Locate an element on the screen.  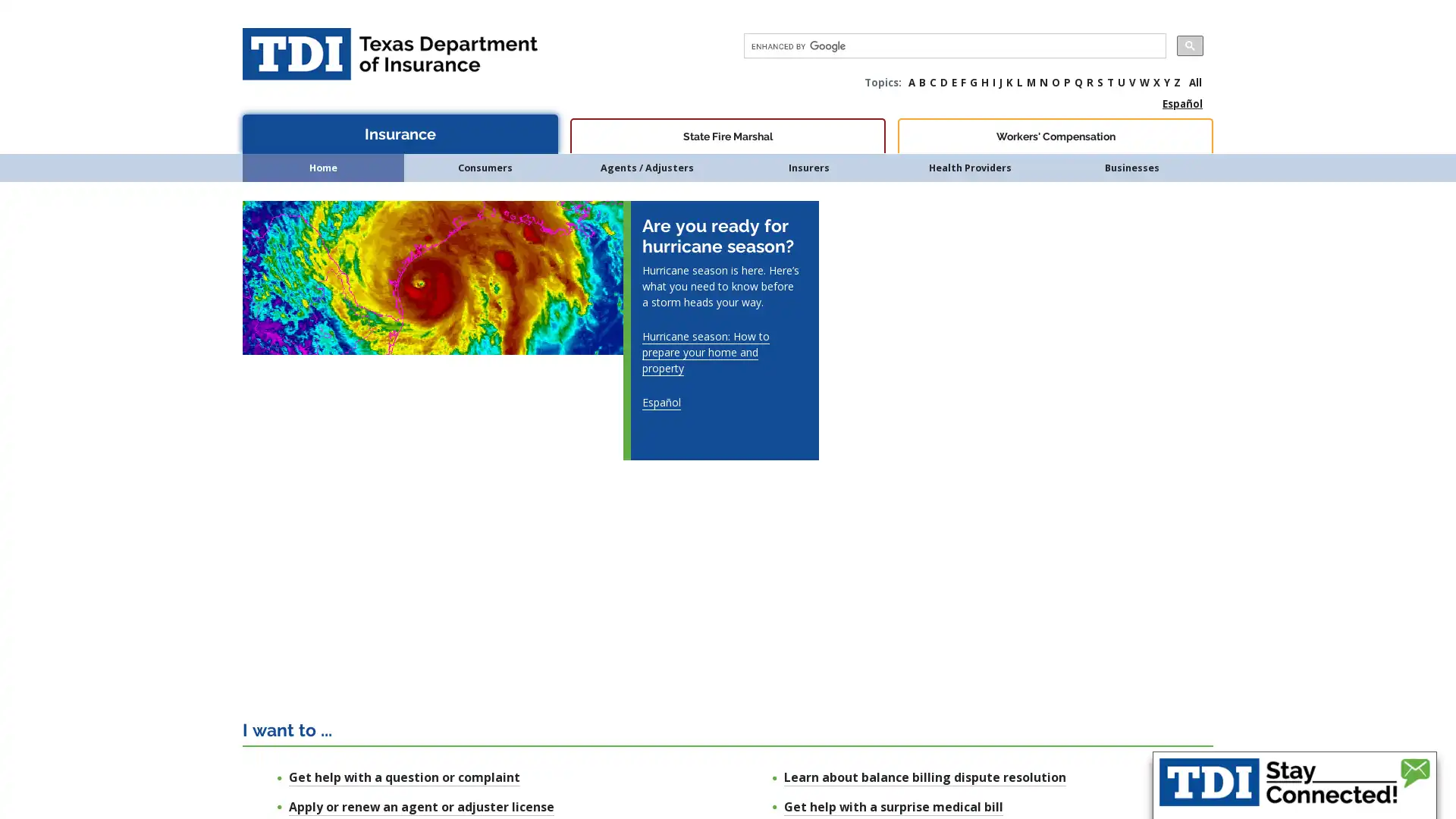
search is located at coordinates (1189, 45).